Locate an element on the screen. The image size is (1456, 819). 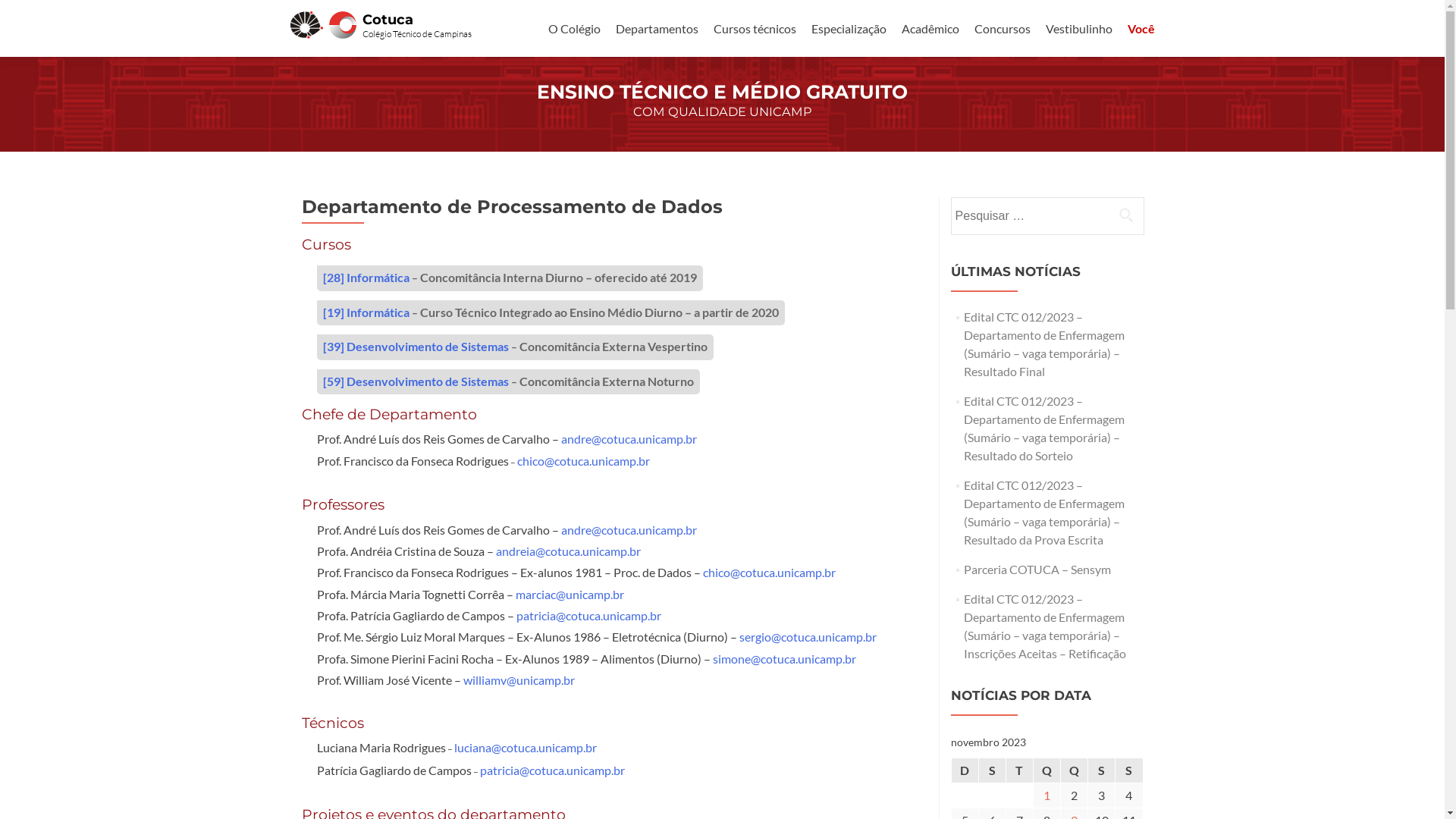
'andreia@cotuca.unicamp.br' is located at coordinates (495, 551).